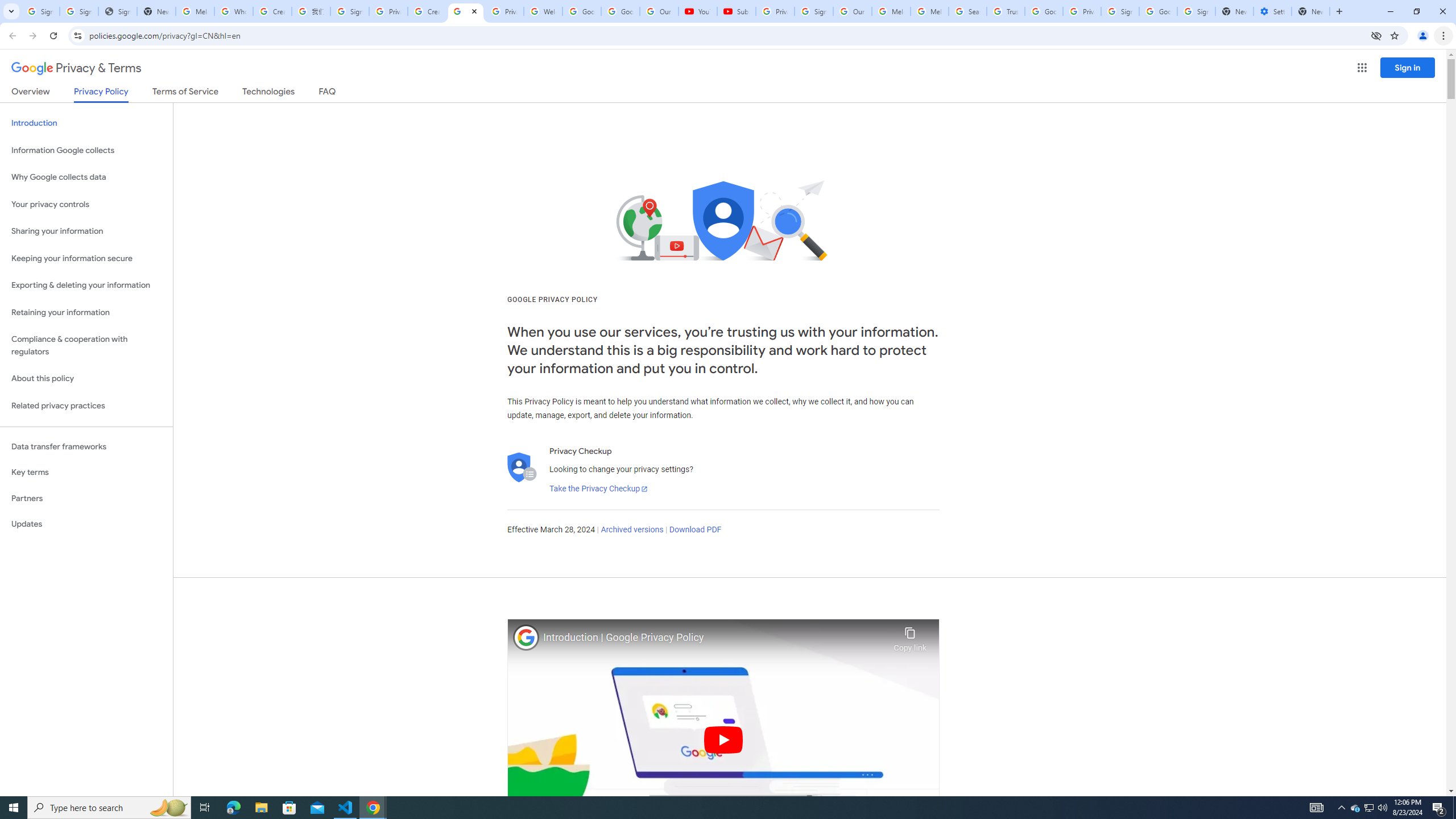 This screenshot has height=819, width=1456. I want to click on 'Who is my administrator? - Google Account Help', so click(233, 11).